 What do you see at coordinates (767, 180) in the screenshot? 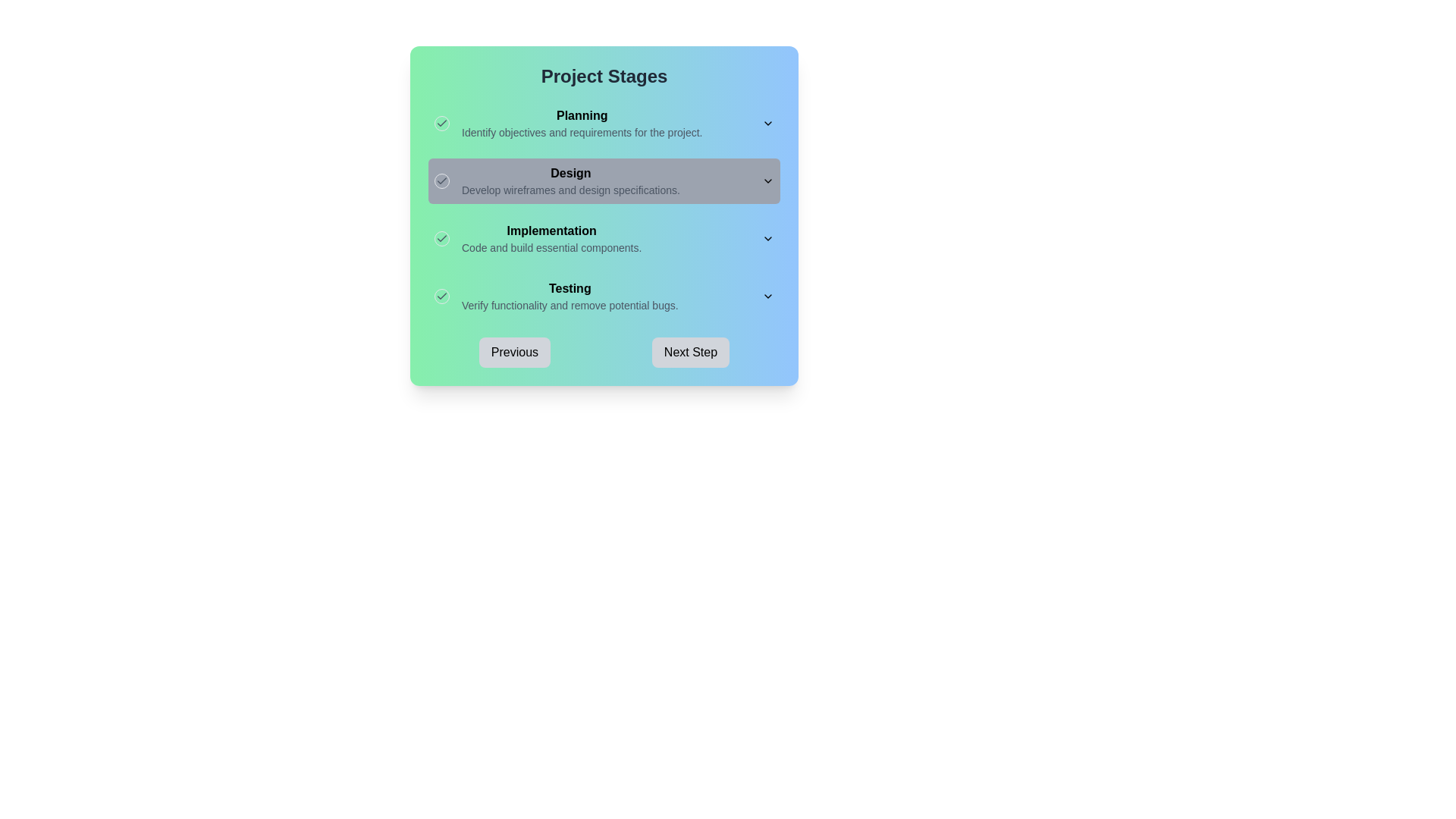
I see `the chevron-down icon` at bounding box center [767, 180].